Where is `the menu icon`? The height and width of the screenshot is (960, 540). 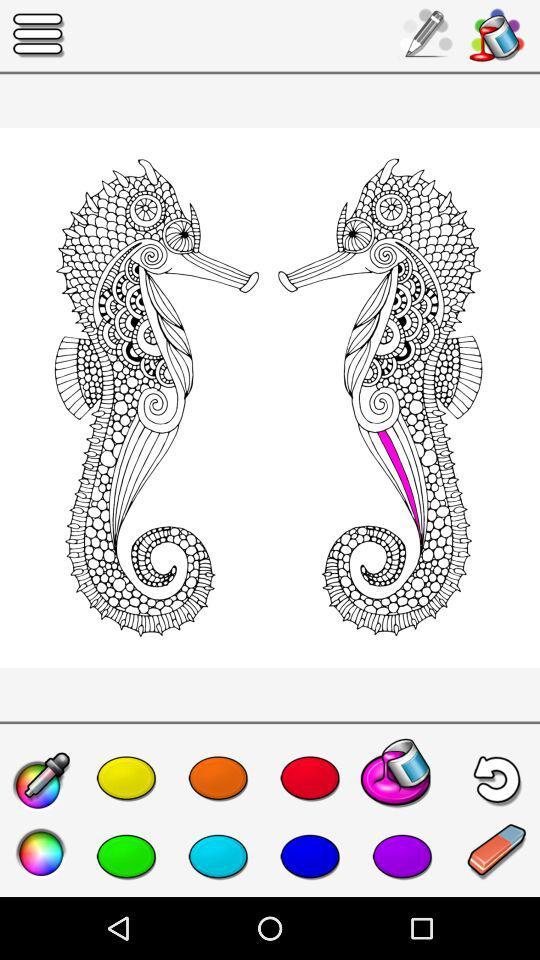 the menu icon is located at coordinates (39, 34).